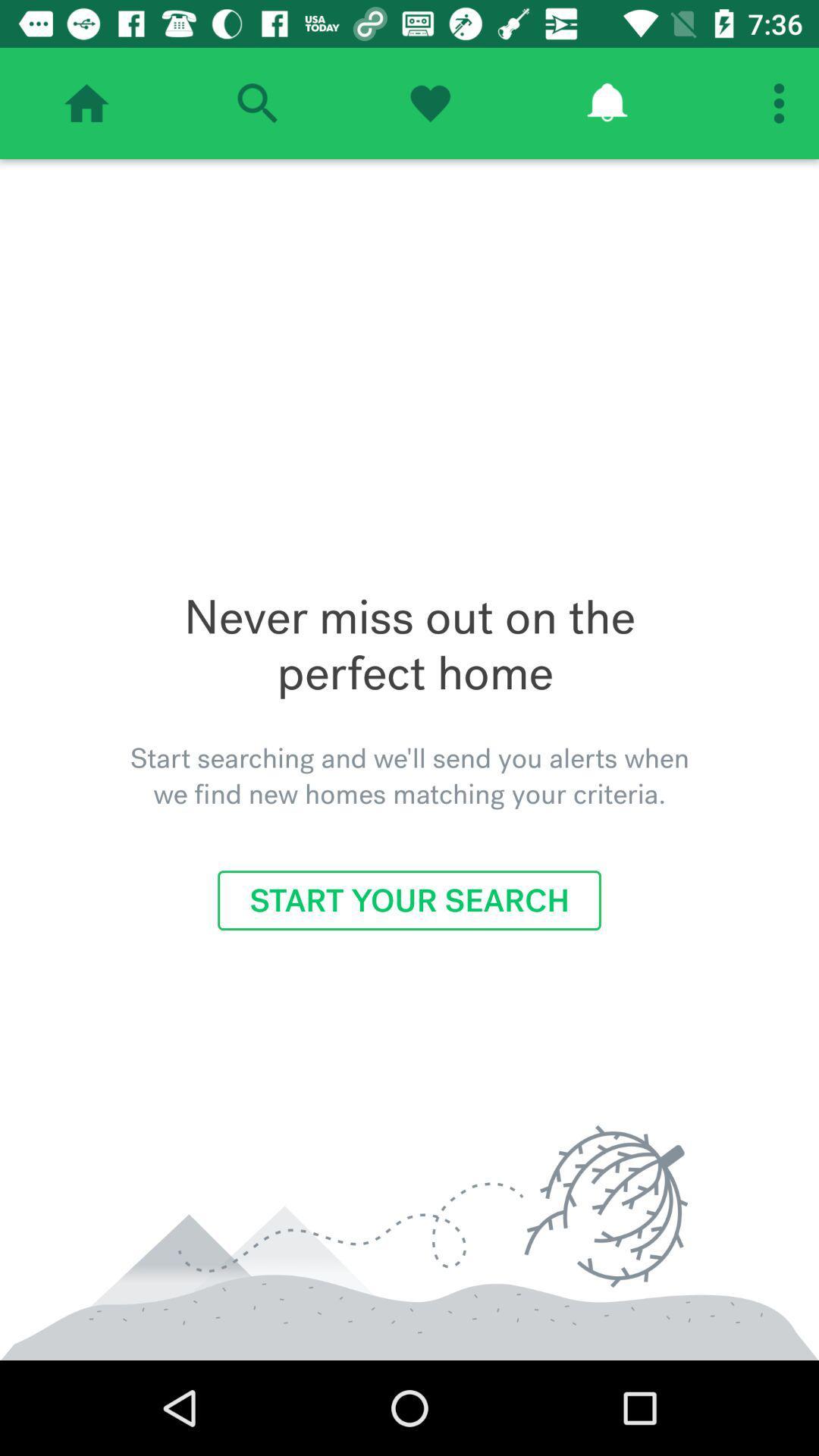 The height and width of the screenshot is (1456, 819). What do you see at coordinates (256, 102) in the screenshot?
I see `search` at bounding box center [256, 102].